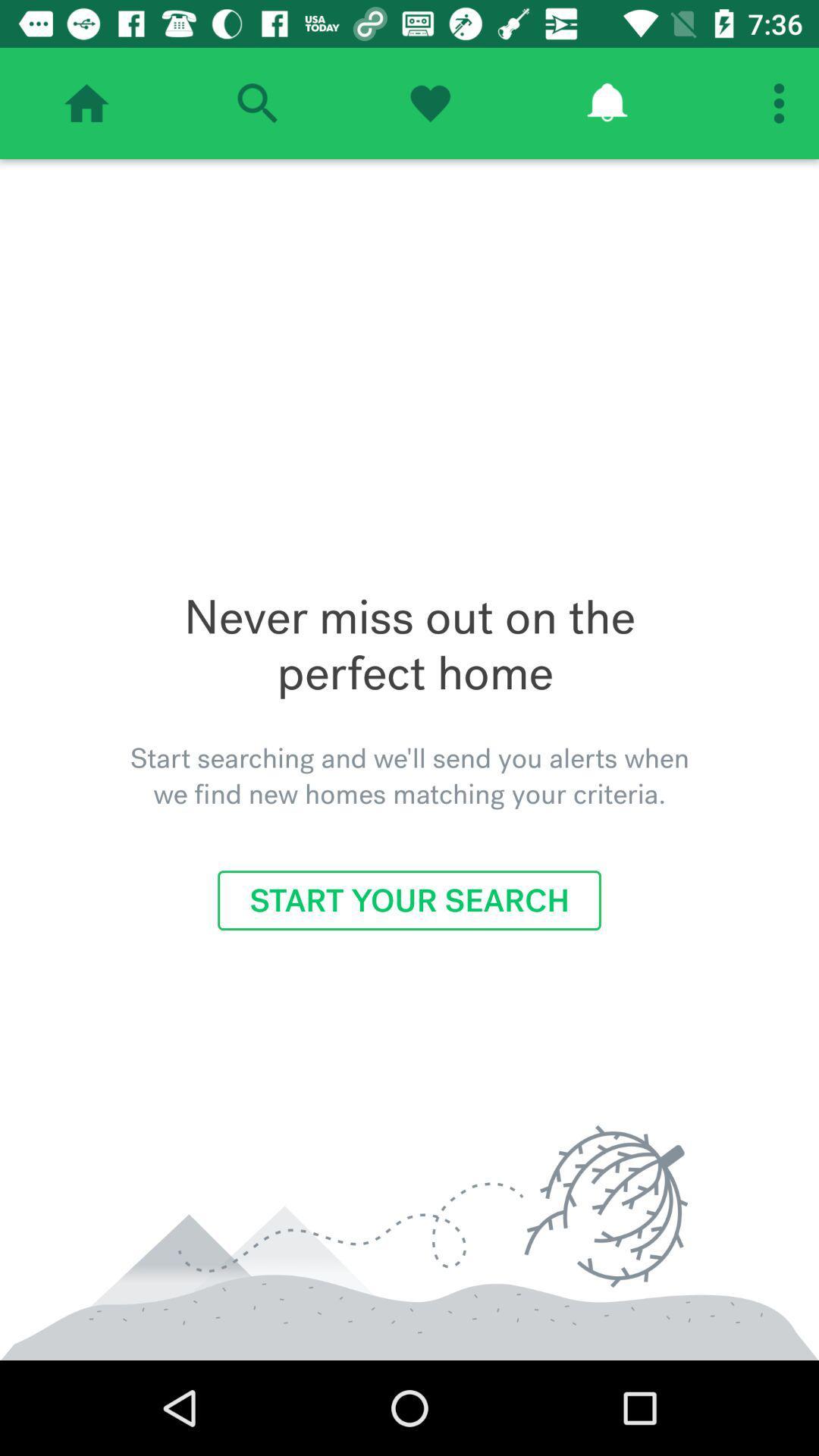 The height and width of the screenshot is (1456, 819). What do you see at coordinates (256, 102) in the screenshot?
I see `search` at bounding box center [256, 102].